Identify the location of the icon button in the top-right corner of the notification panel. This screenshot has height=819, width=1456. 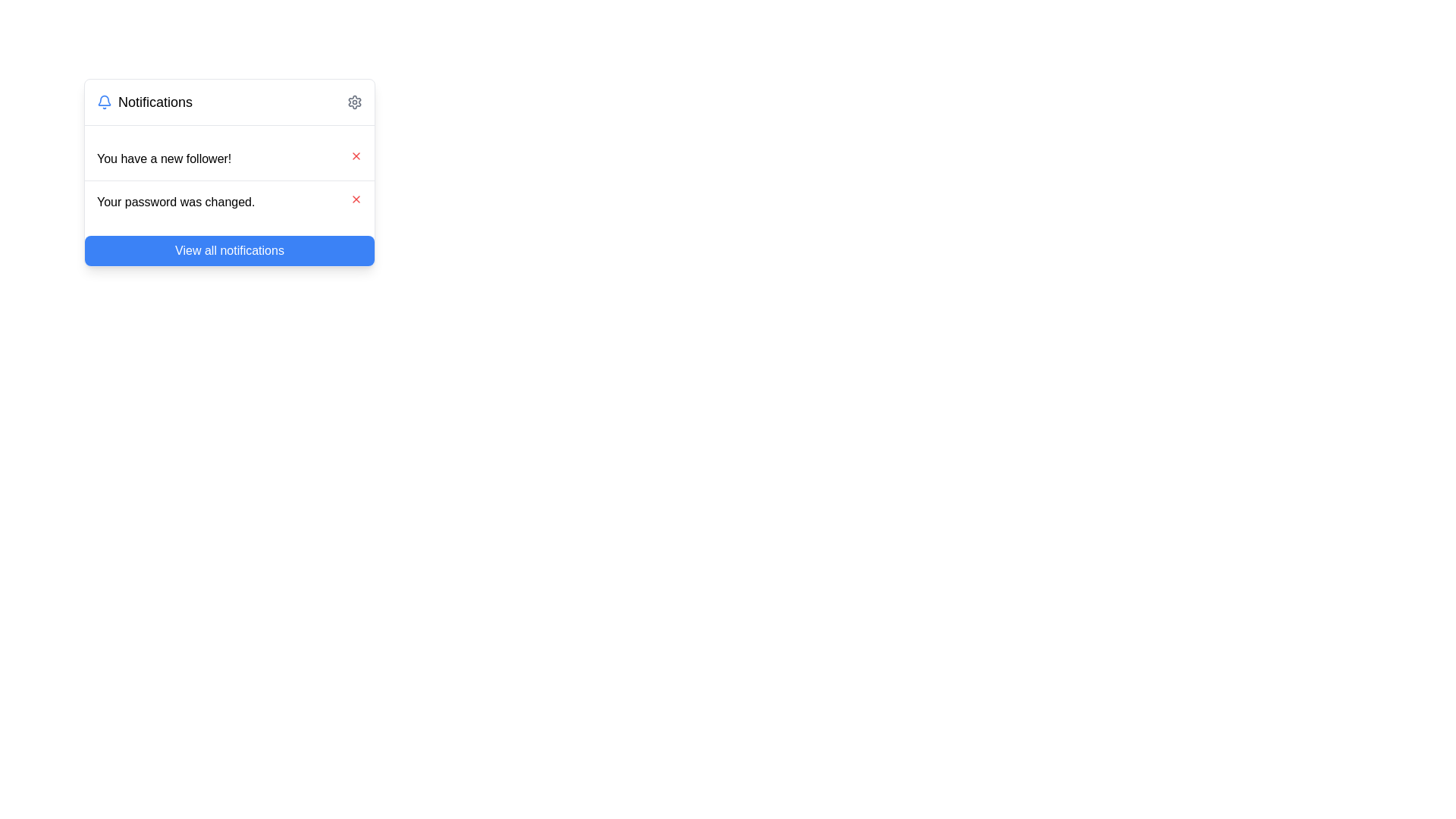
(353, 102).